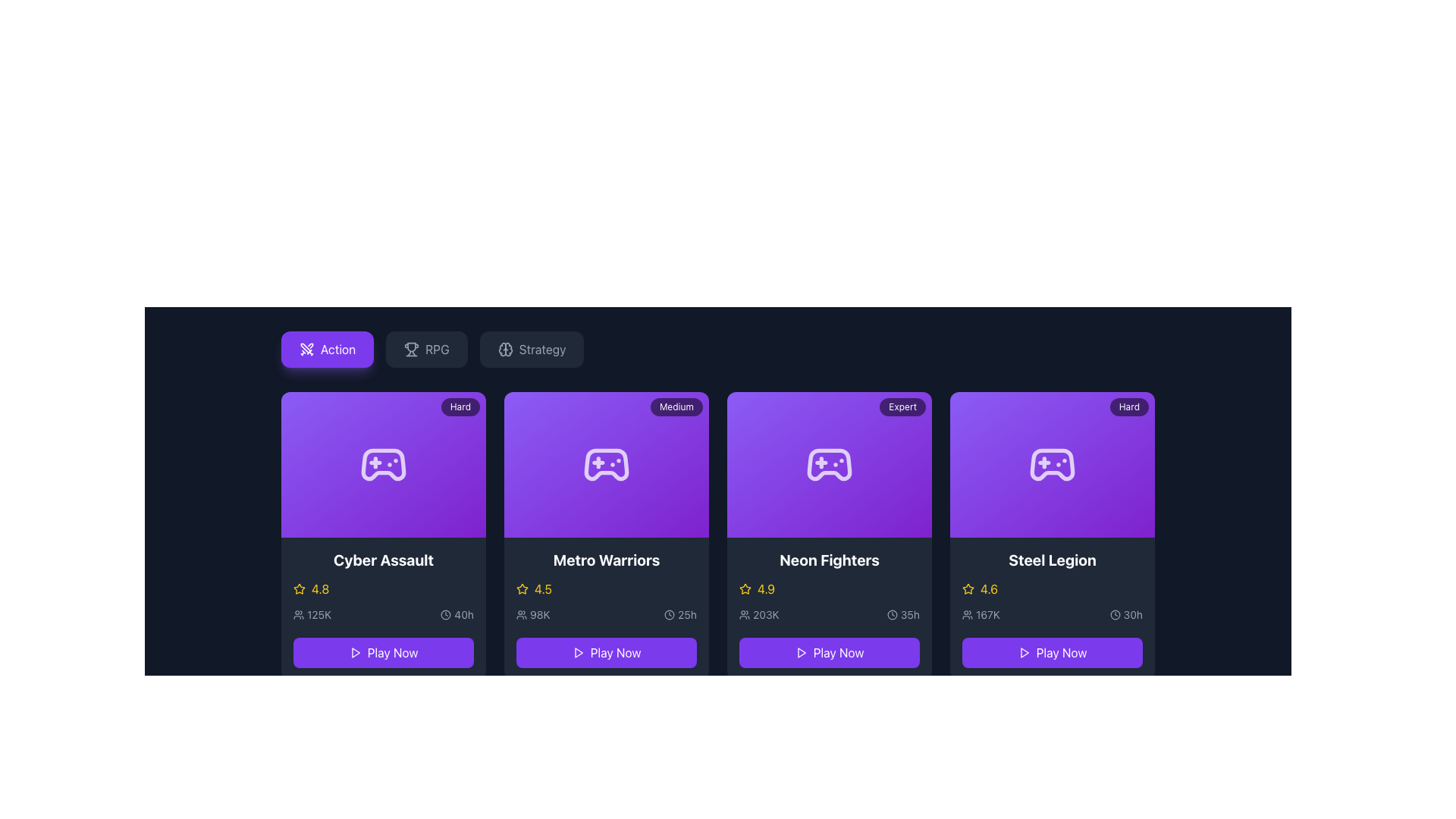  Describe the element at coordinates (383, 464) in the screenshot. I see `the decorative header icon for the 'Cyber Assault' card, which is located at the top part of the card and represents gaming content` at that location.